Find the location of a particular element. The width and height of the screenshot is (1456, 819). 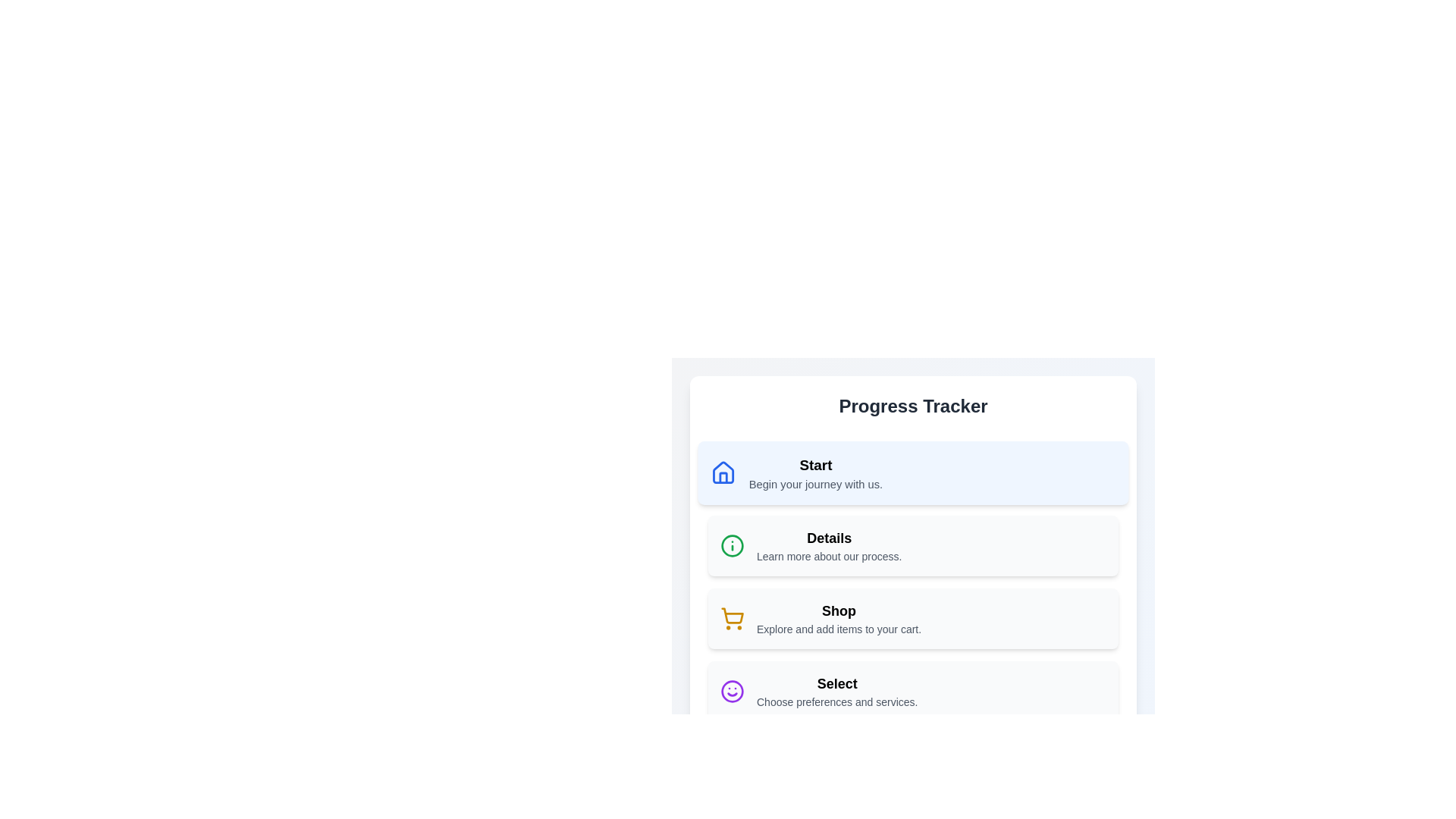

the text within the third informational card located below the 'Progress Tracker' header, which follows the 'Details' card and precedes the 'Select' card is located at coordinates (912, 619).